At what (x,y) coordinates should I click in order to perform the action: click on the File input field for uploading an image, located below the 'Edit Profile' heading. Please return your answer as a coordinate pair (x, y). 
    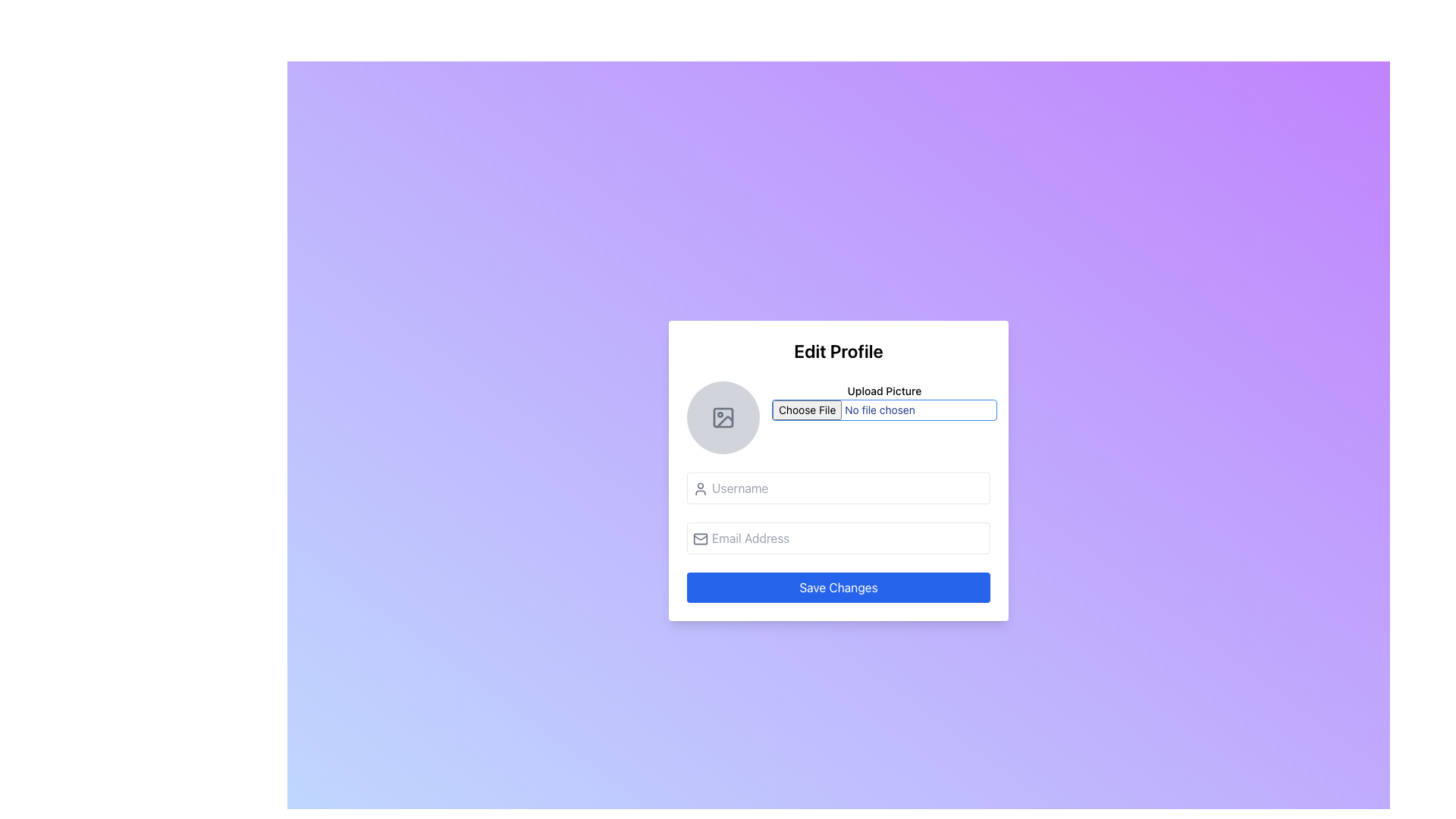
    Looking at the image, I should click on (837, 418).